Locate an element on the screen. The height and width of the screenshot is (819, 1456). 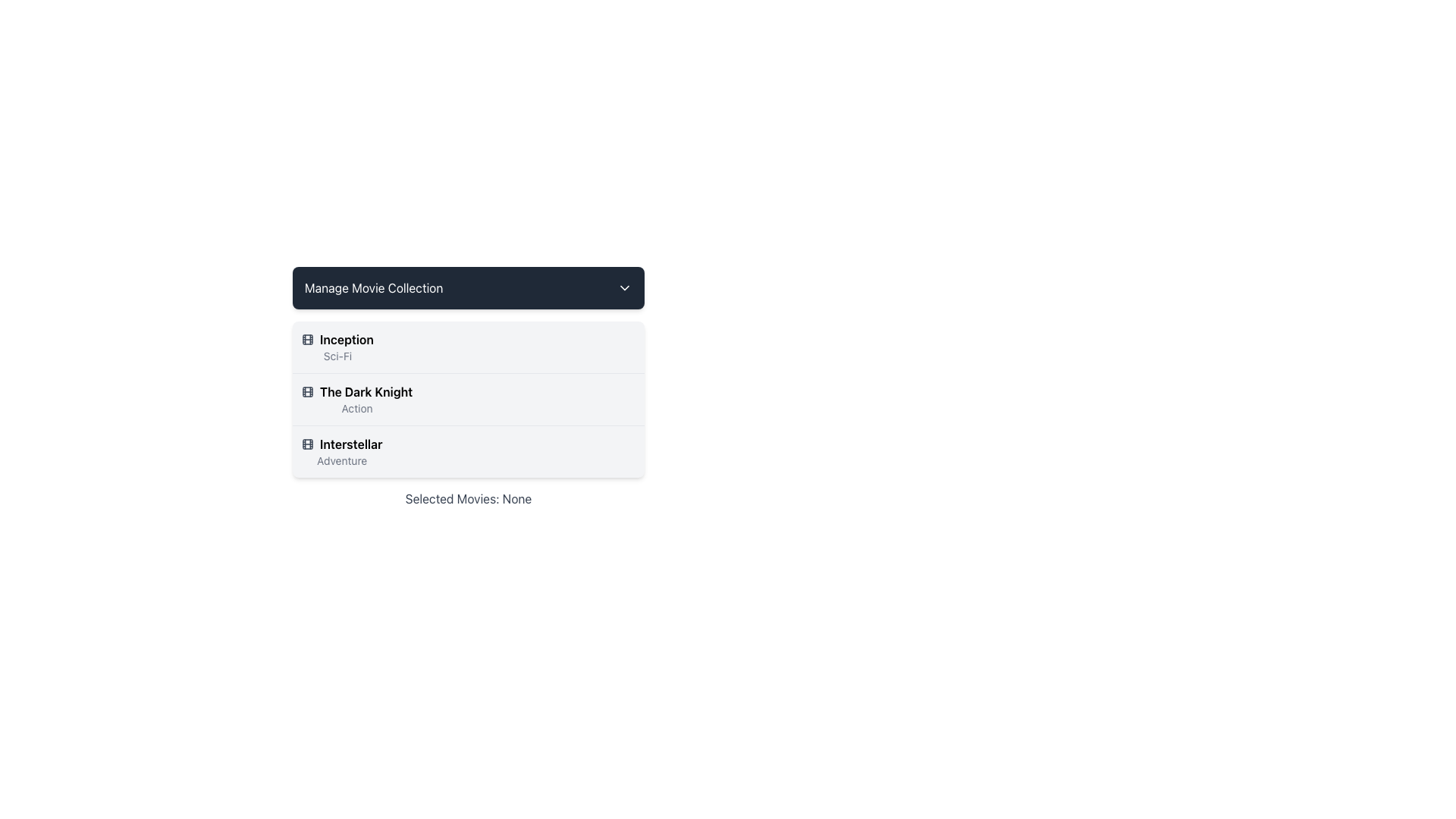
the rectangular icon with rounded corners representing the movie 'Inception', styled as a simplistic gray film reel is located at coordinates (307, 338).